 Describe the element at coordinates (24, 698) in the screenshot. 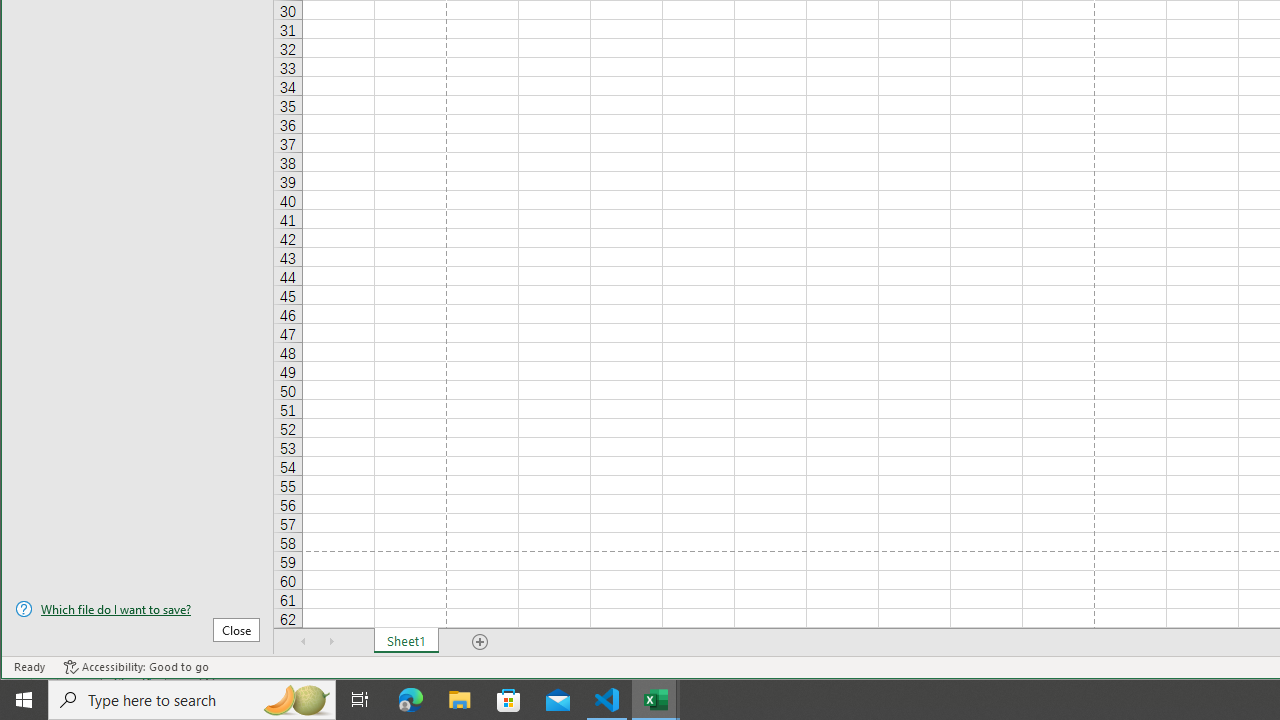

I see `'Start'` at that location.